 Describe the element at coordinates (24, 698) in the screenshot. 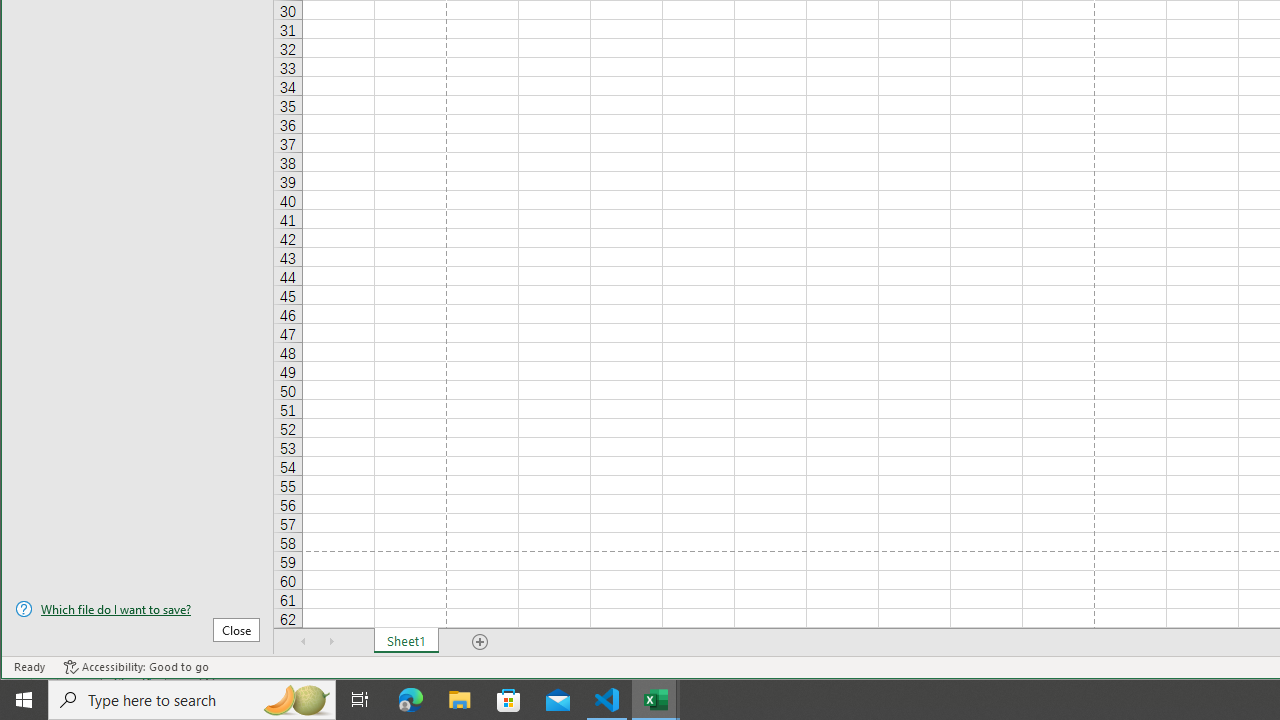

I see `'Start'` at that location.